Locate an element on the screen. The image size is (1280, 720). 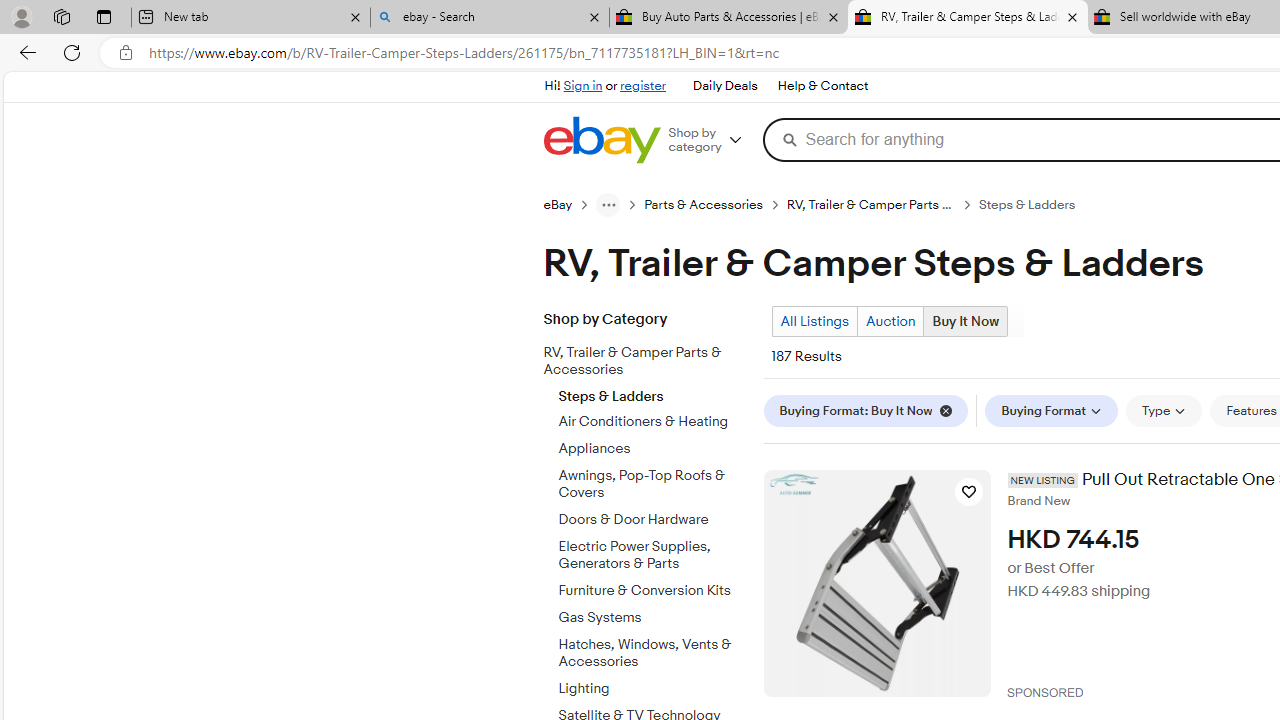
'Buy It Now Current view' is located at coordinates (965, 320).